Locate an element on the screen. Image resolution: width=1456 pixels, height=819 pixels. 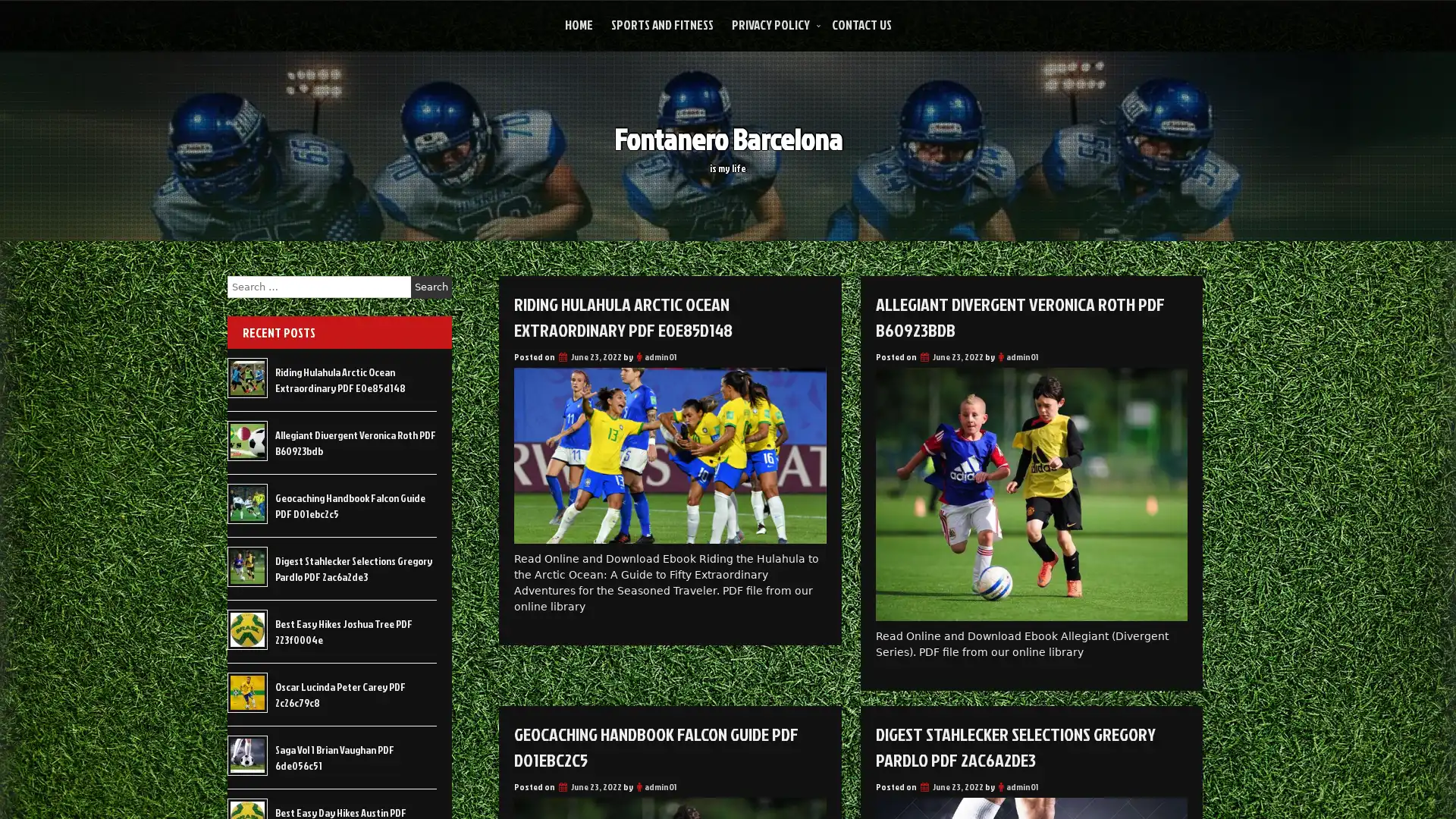
Search is located at coordinates (431, 287).